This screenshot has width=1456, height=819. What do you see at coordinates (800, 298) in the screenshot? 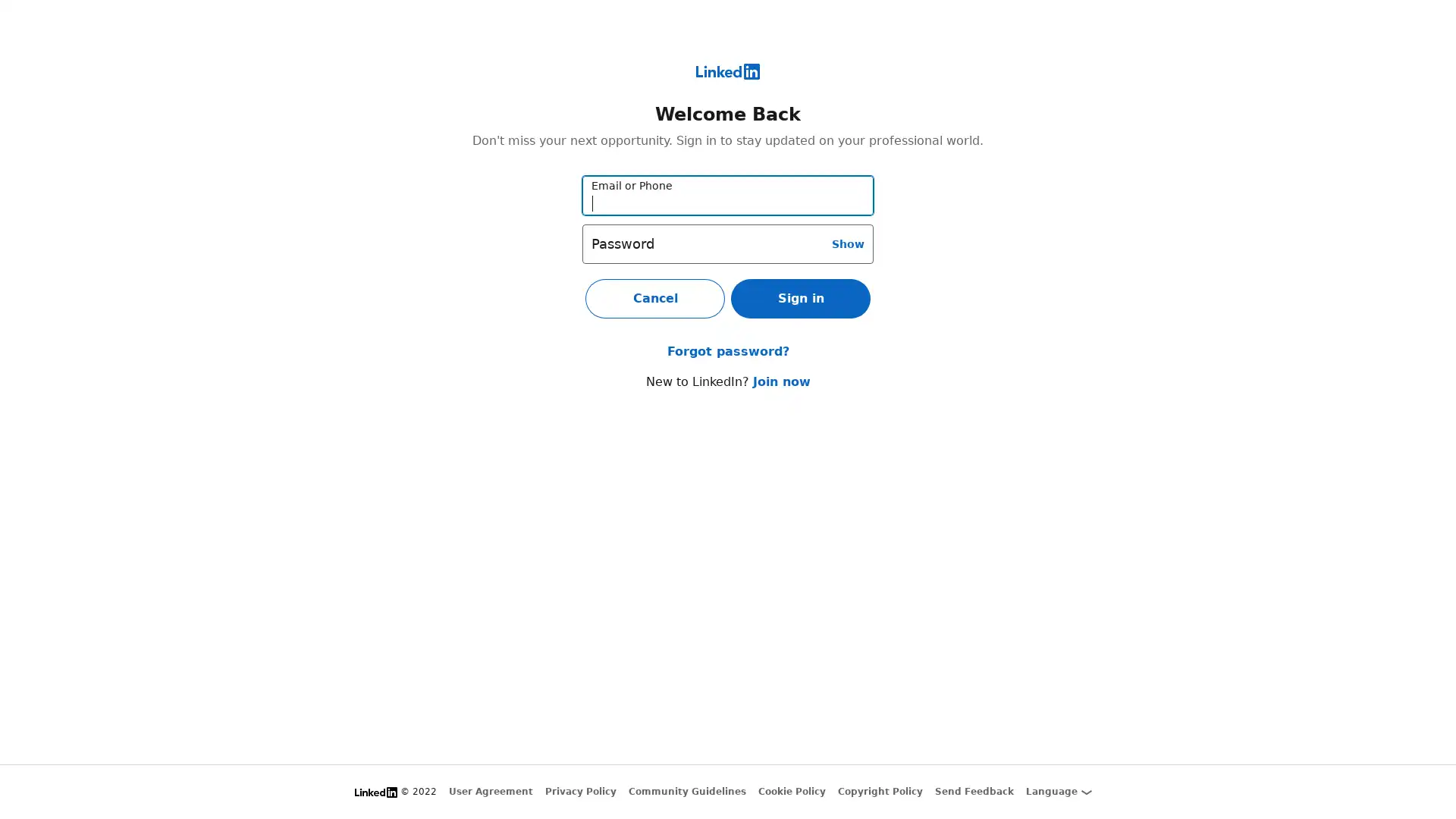
I see `Sign in` at bounding box center [800, 298].